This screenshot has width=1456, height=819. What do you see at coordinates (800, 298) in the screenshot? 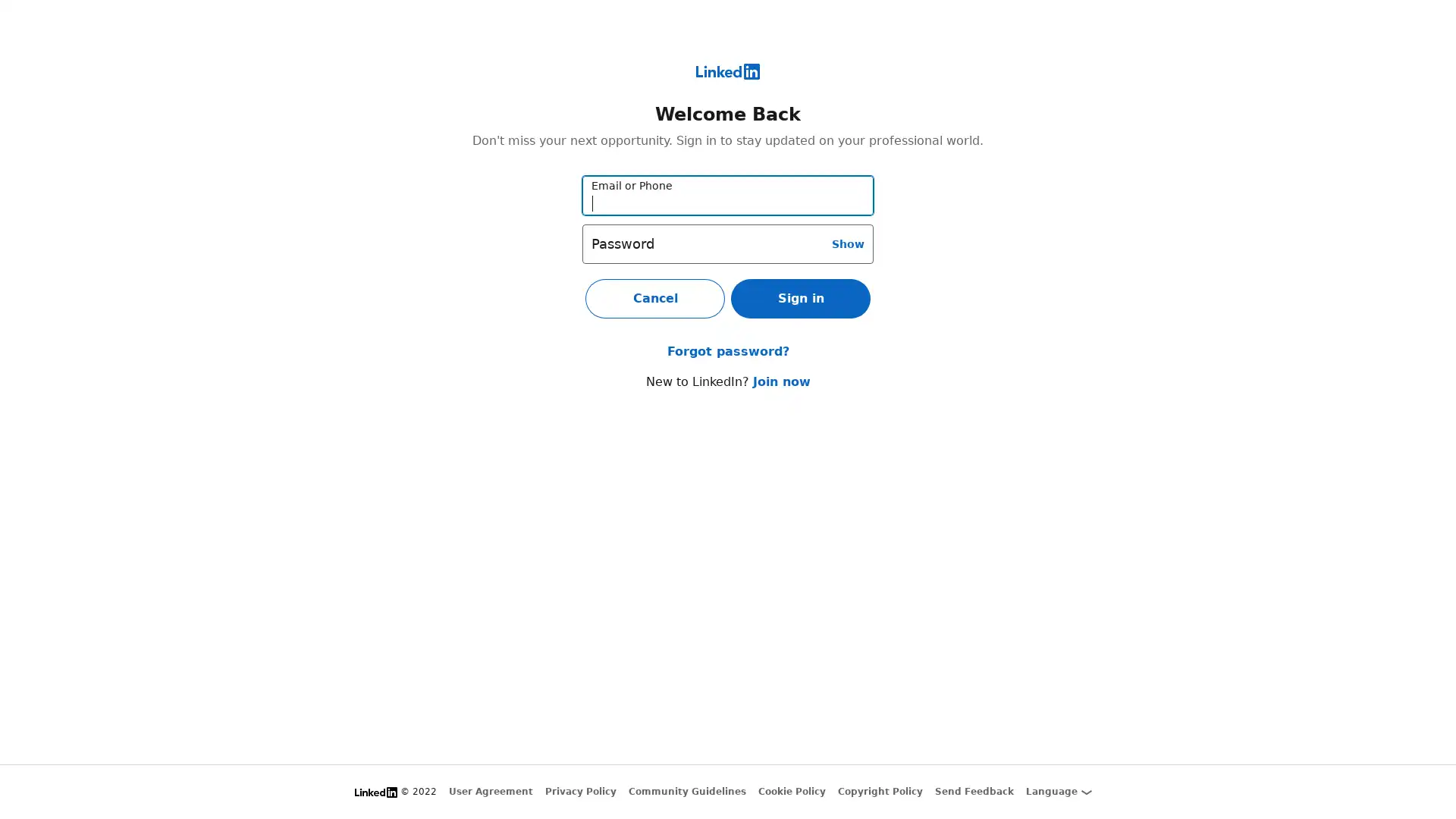
I see `Sign in` at bounding box center [800, 298].